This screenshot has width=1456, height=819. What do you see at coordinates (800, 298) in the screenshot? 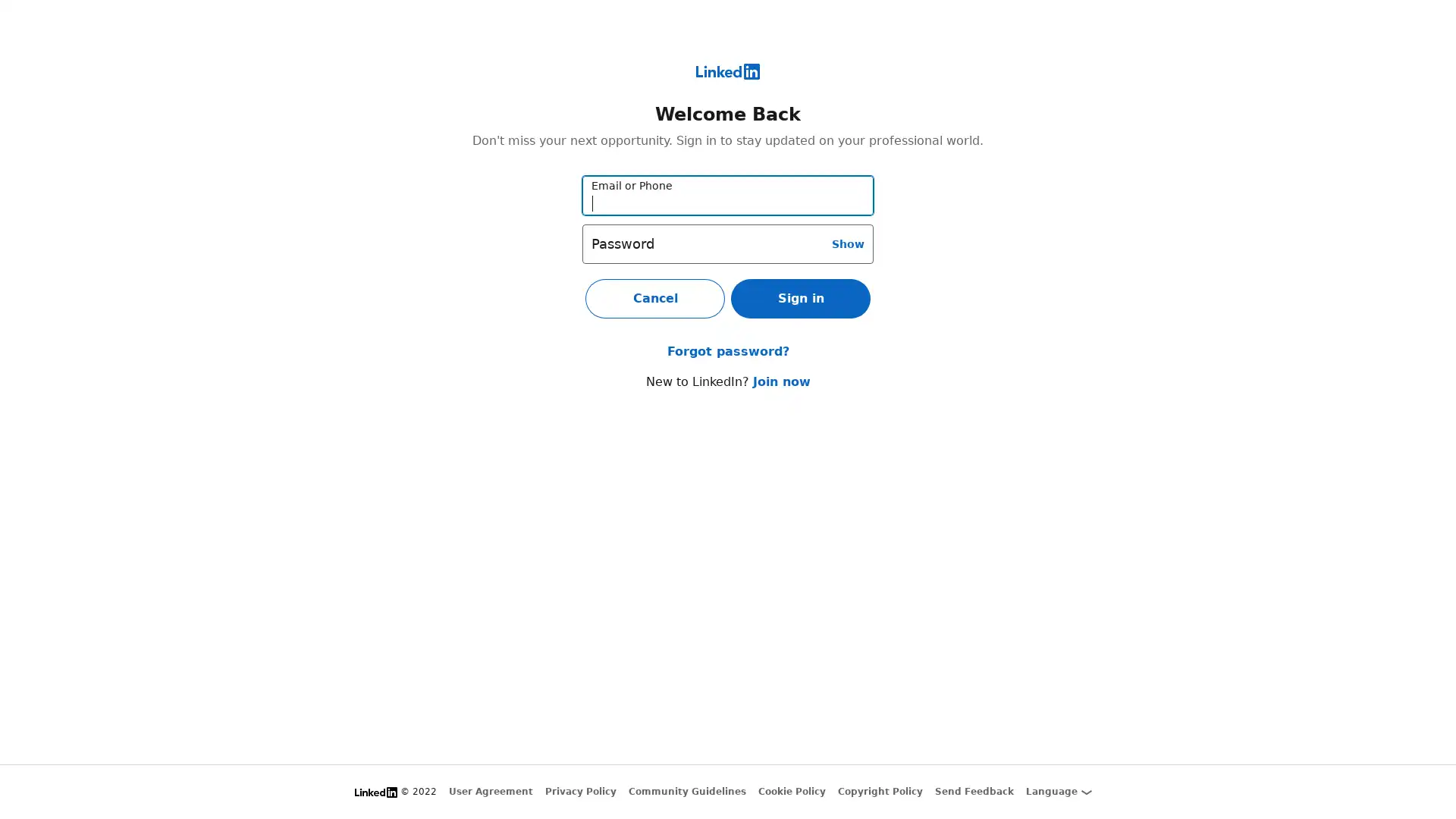
I see `Sign in` at bounding box center [800, 298].